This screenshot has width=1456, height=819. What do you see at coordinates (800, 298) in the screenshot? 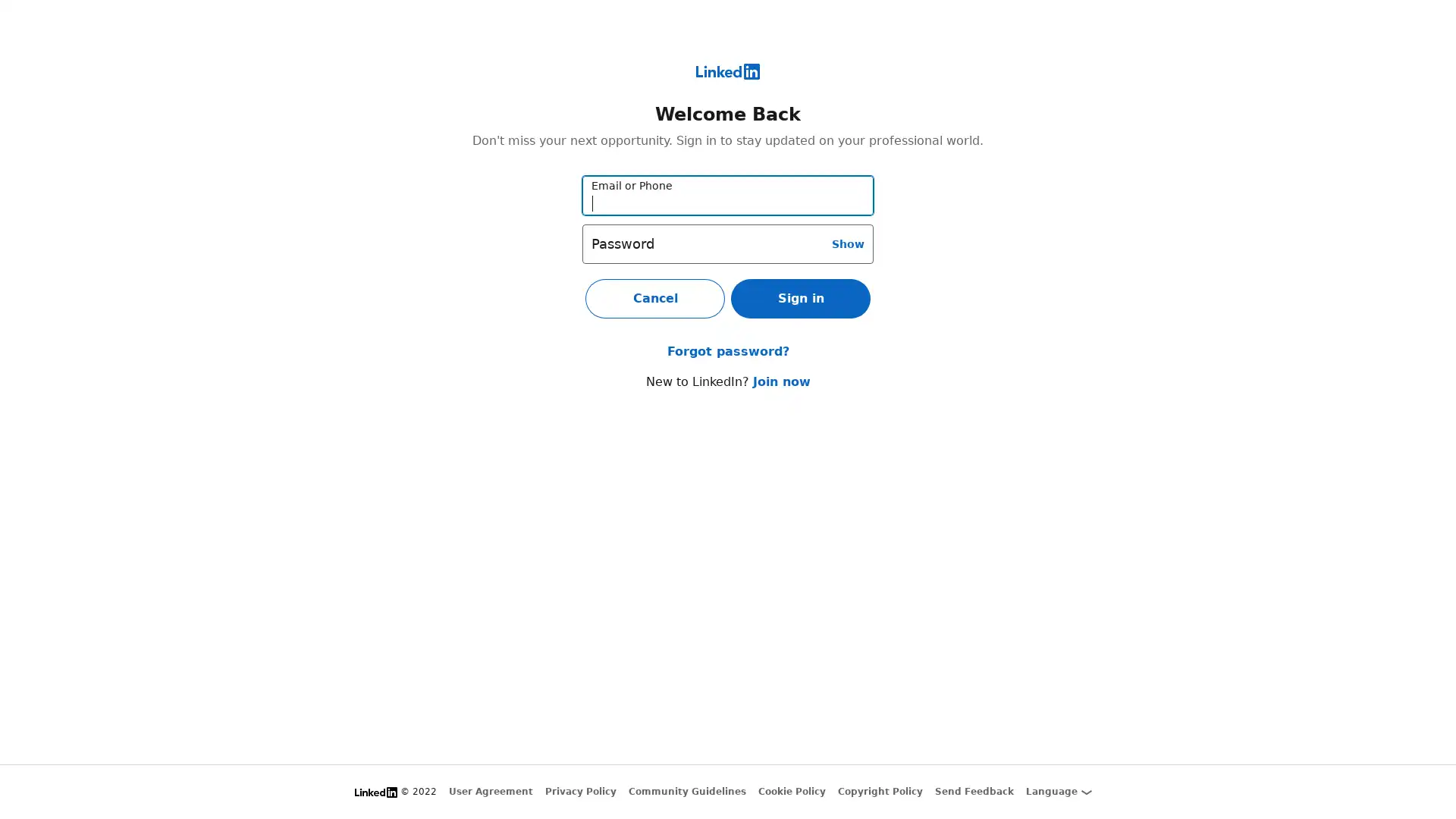
I see `Sign in` at bounding box center [800, 298].